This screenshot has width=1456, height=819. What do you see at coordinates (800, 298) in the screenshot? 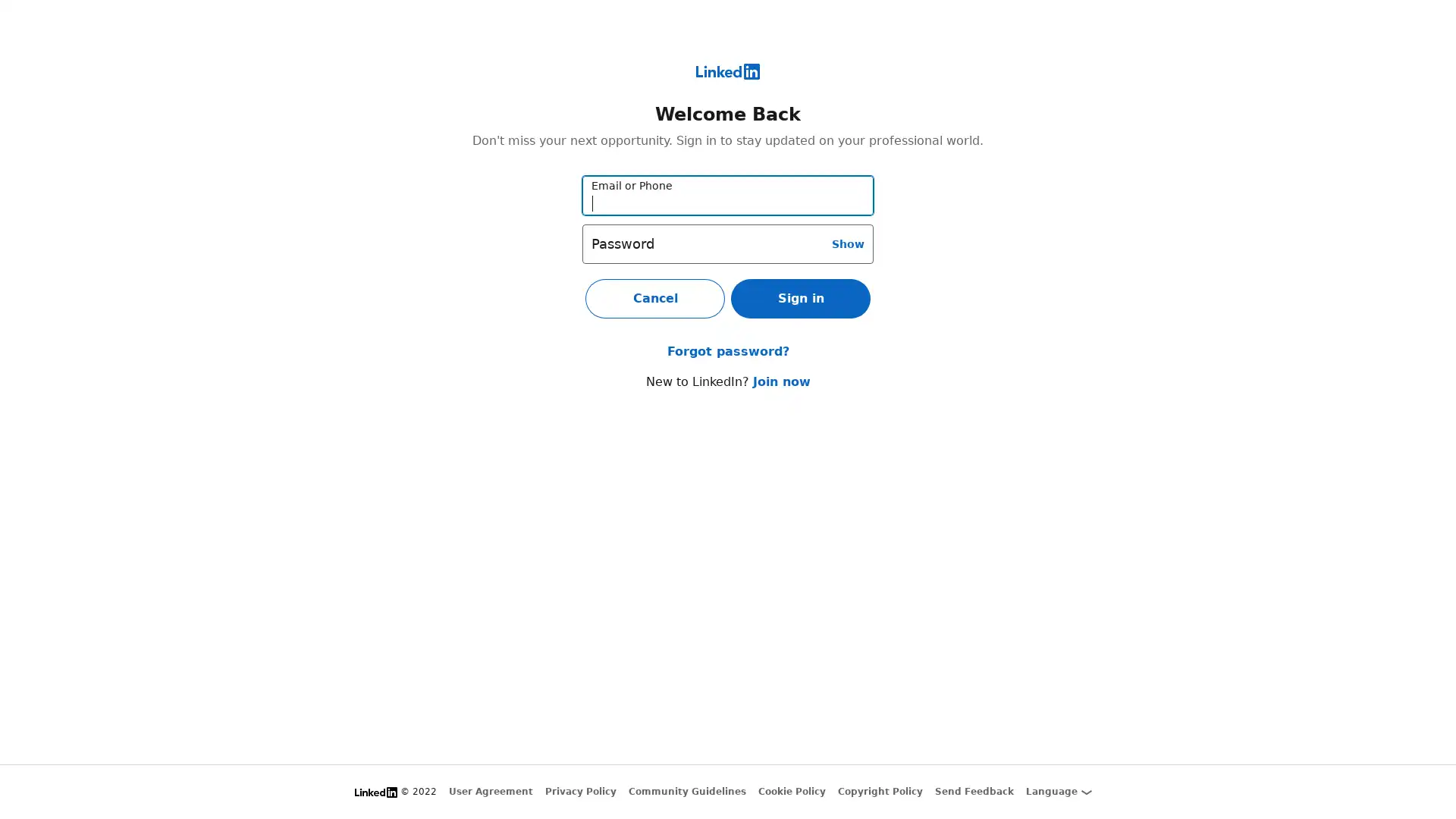
I see `Sign in` at bounding box center [800, 298].